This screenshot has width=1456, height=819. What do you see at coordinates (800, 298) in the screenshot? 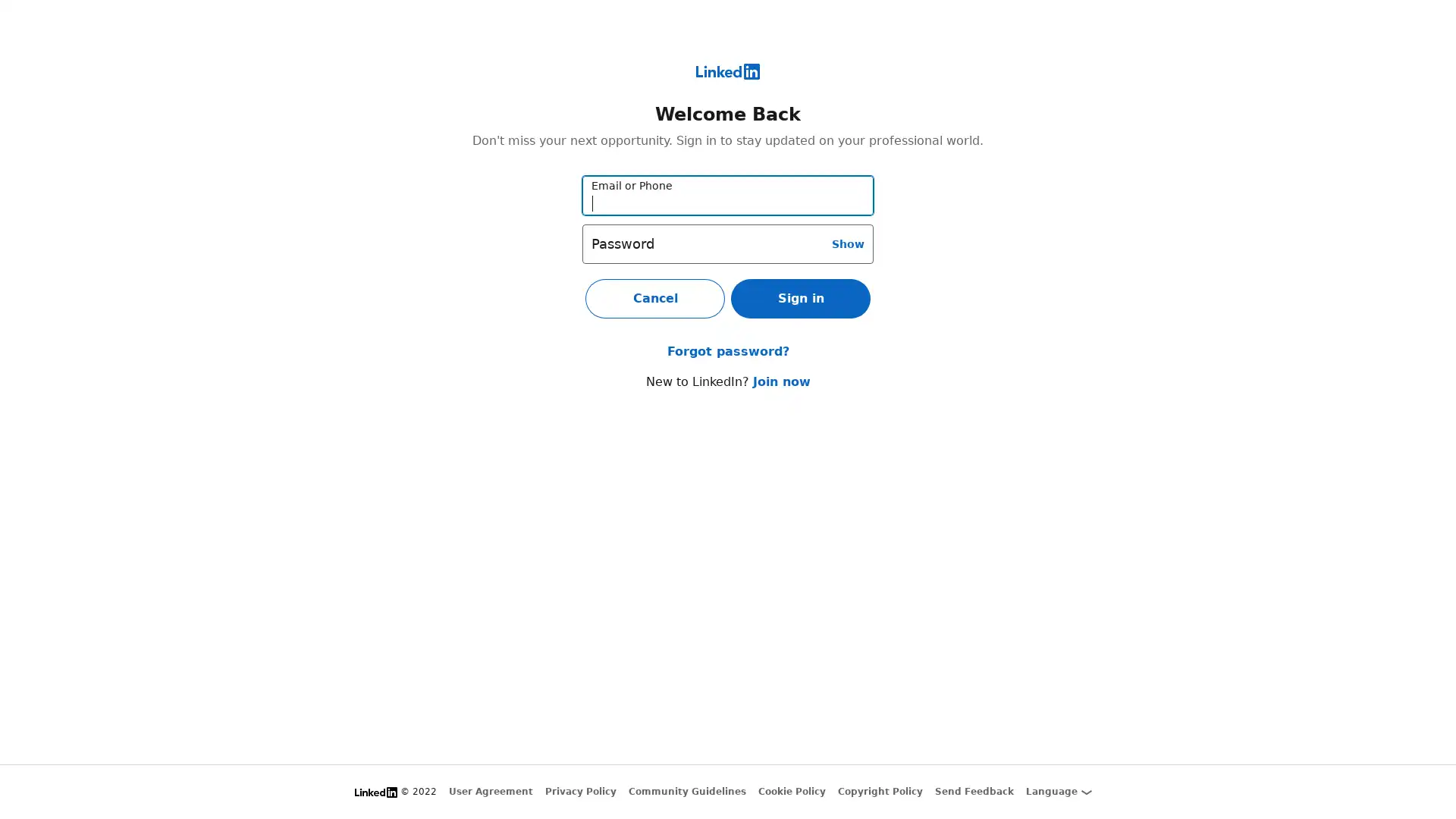
I see `Sign in` at bounding box center [800, 298].